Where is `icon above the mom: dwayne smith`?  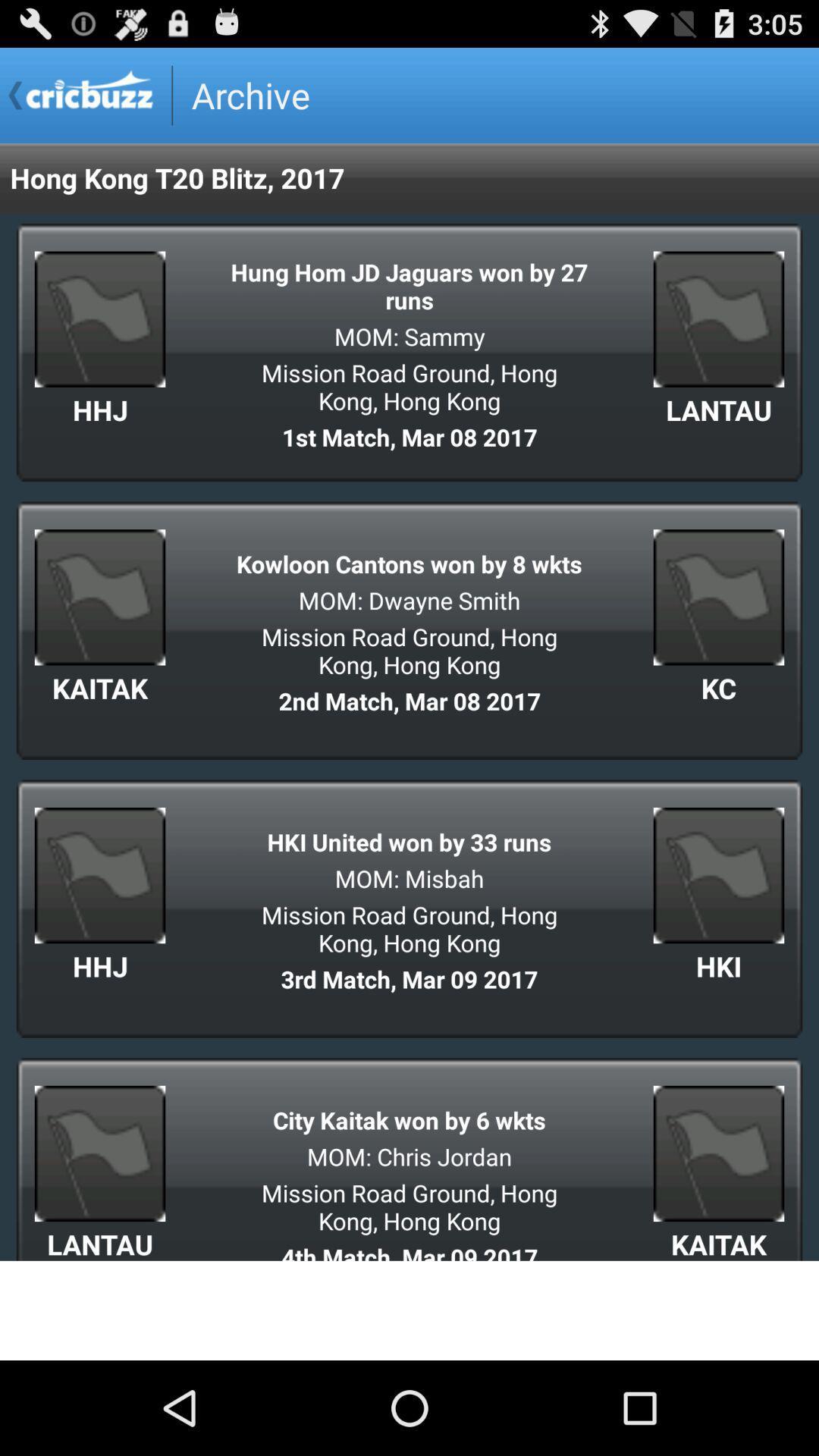
icon above the mom: dwayne smith is located at coordinates (409, 563).